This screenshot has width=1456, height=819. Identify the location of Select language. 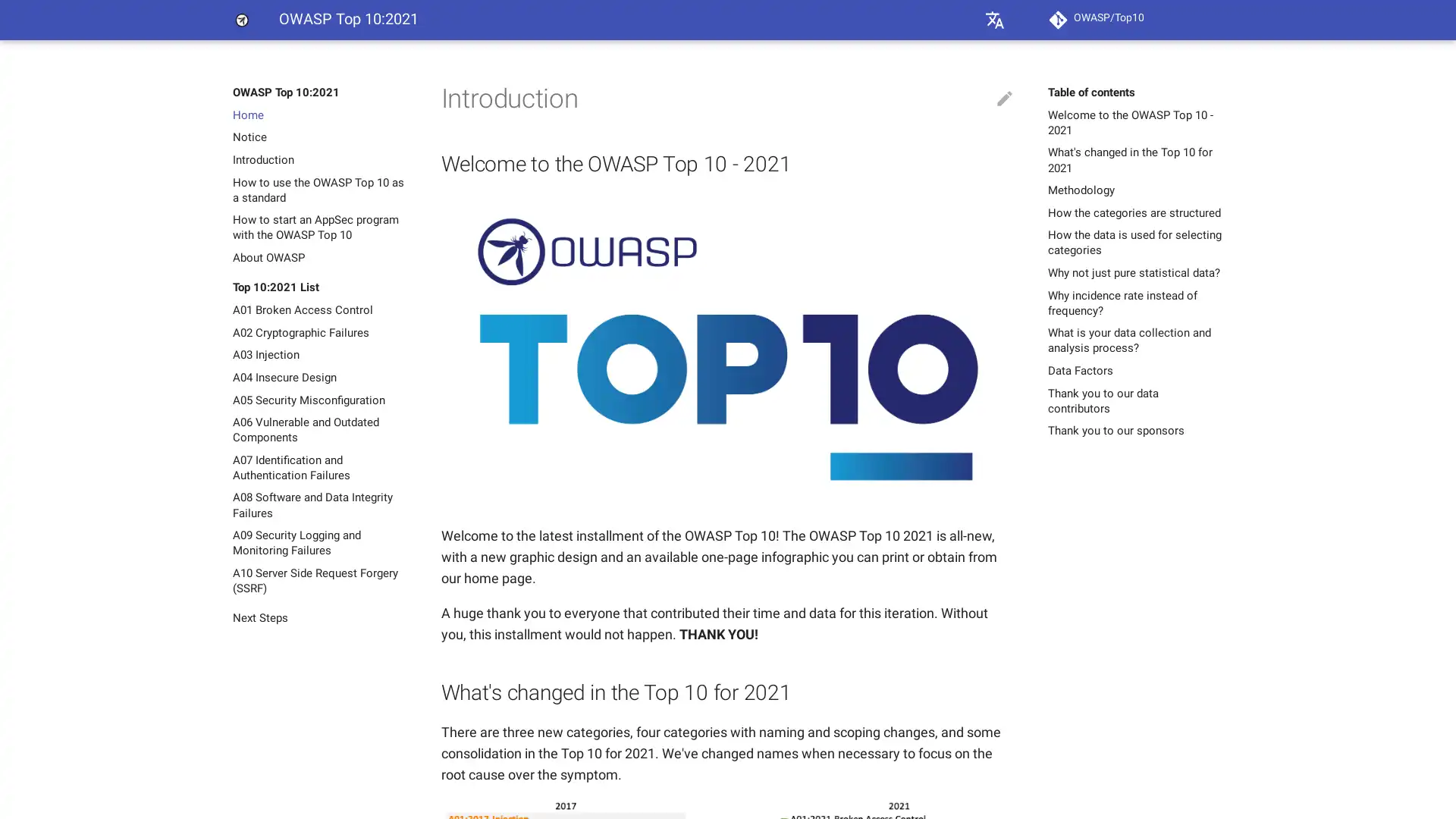
(994, 20).